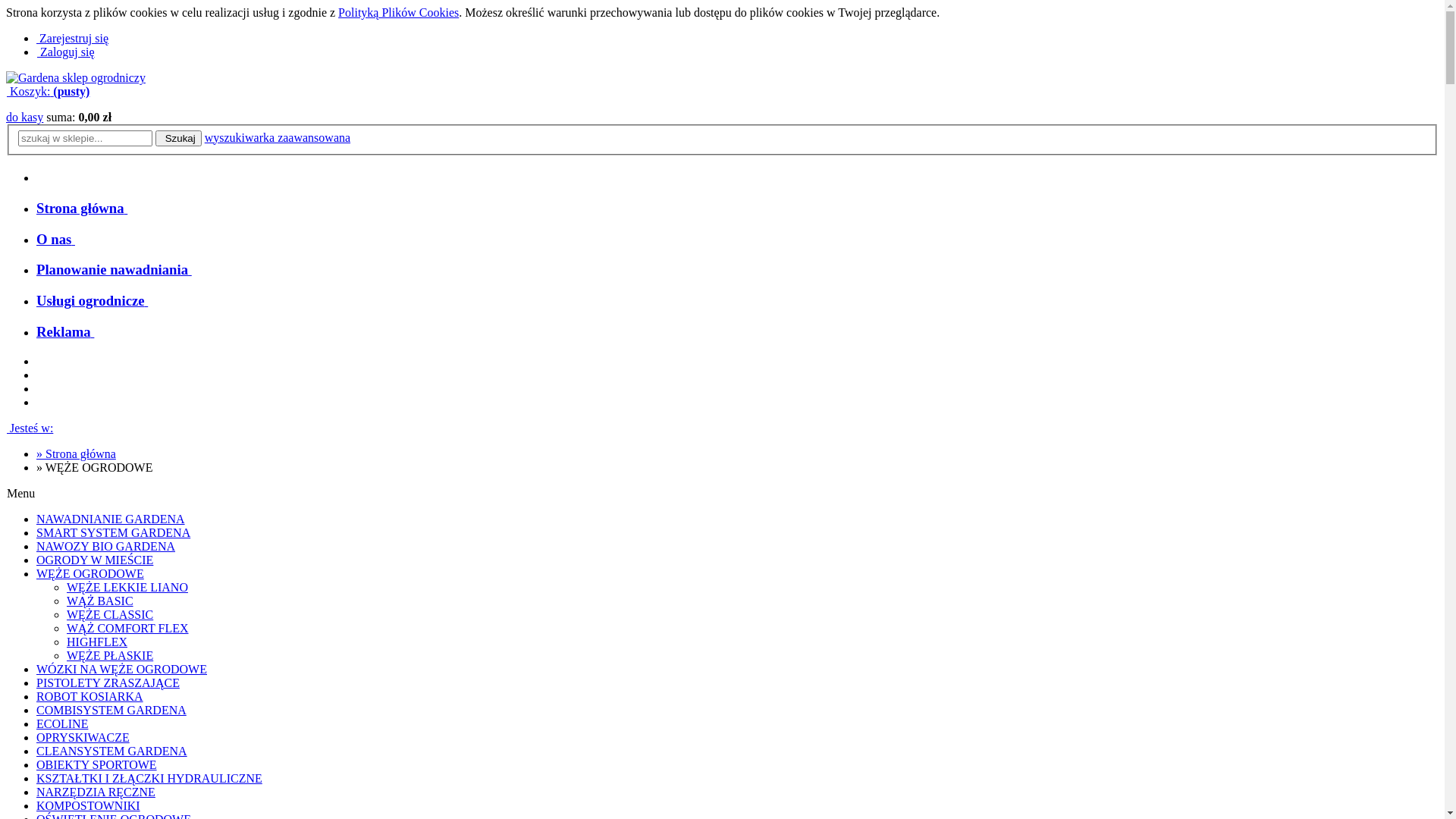 This screenshot has height=819, width=1456. Describe the element at coordinates (112, 532) in the screenshot. I see `'SMART SYSTEM GARDENA'` at that location.